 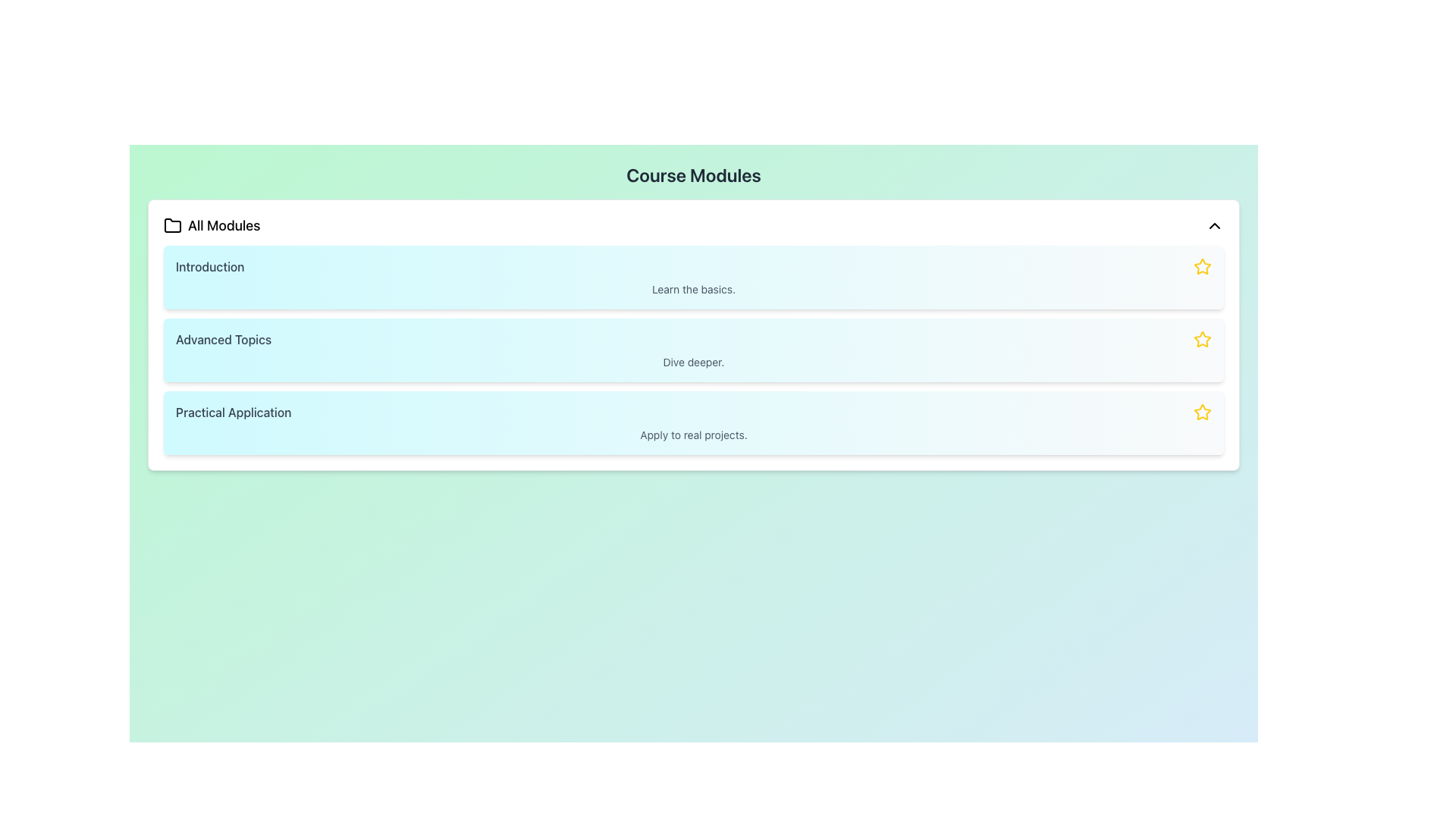 What do you see at coordinates (693, 423) in the screenshot?
I see `the 'Practical Application' module card, which is the third card in the list of course modules, located between the 'Advanced Topics' card and the content below` at bounding box center [693, 423].